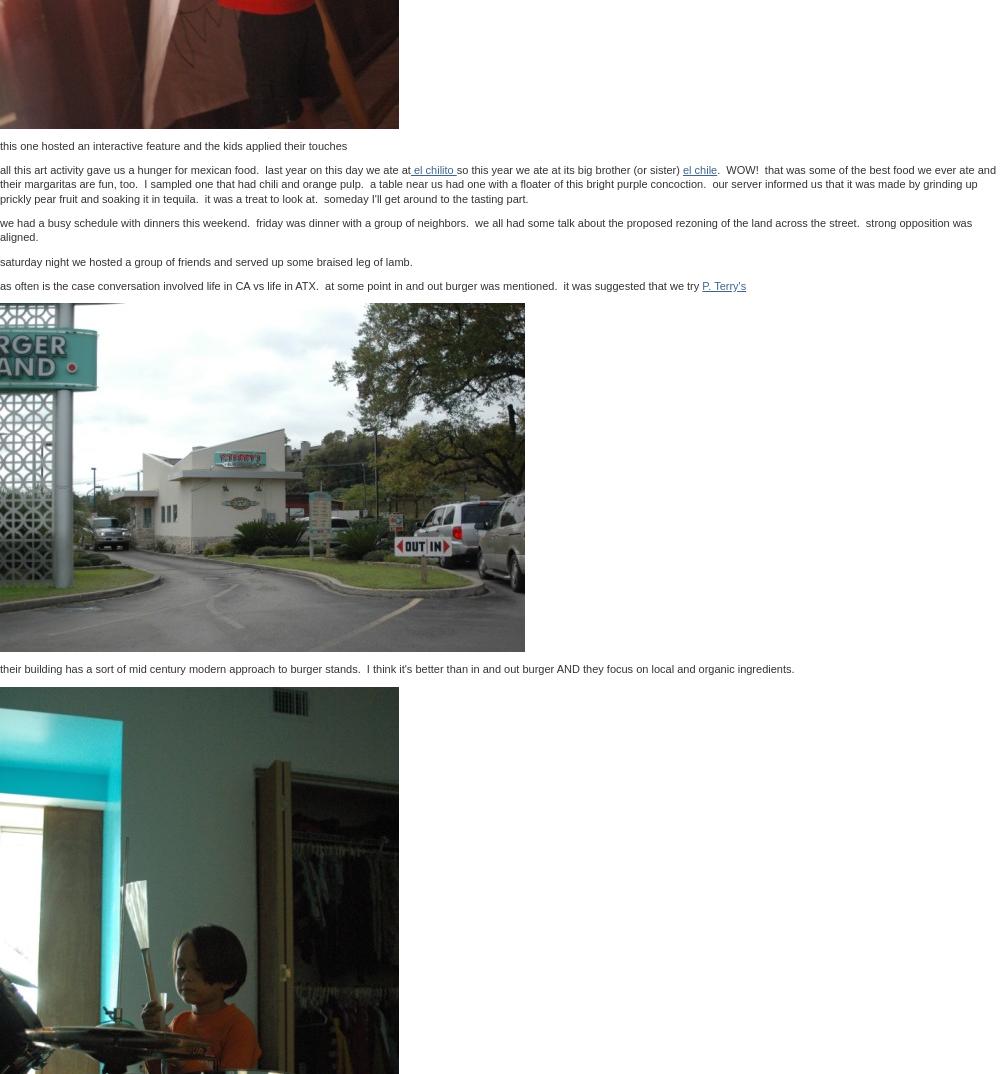 Image resolution: width=1000 pixels, height=1074 pixels. What do you see at coordinates (173, 143) in the screenshot?
I see `'this one hosted an interactive feature and the kids applied their touches'` at bounding box center [173, 143].